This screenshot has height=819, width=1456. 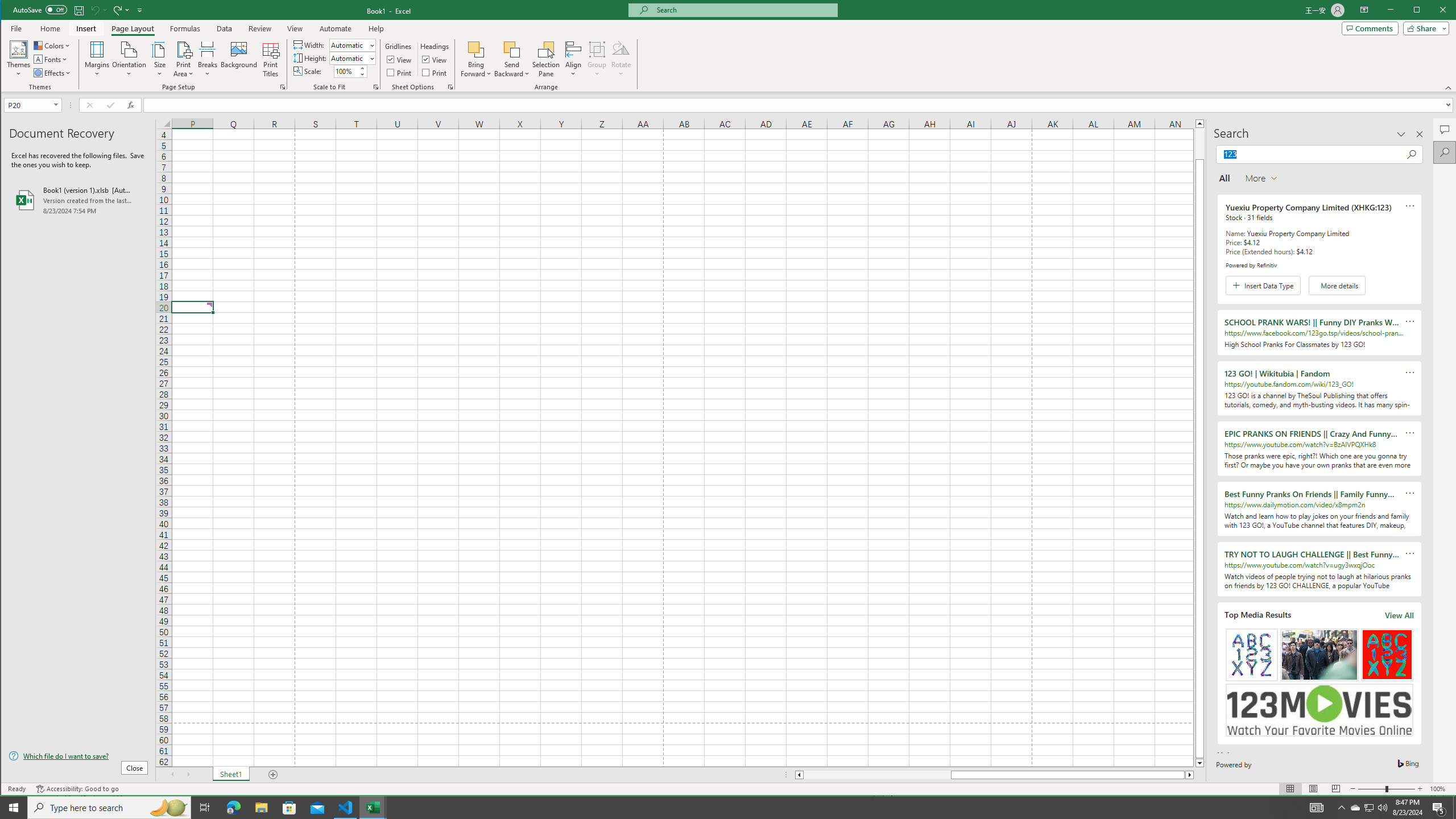 I want to click on 'File Explorer', so click(x=260, y=806).